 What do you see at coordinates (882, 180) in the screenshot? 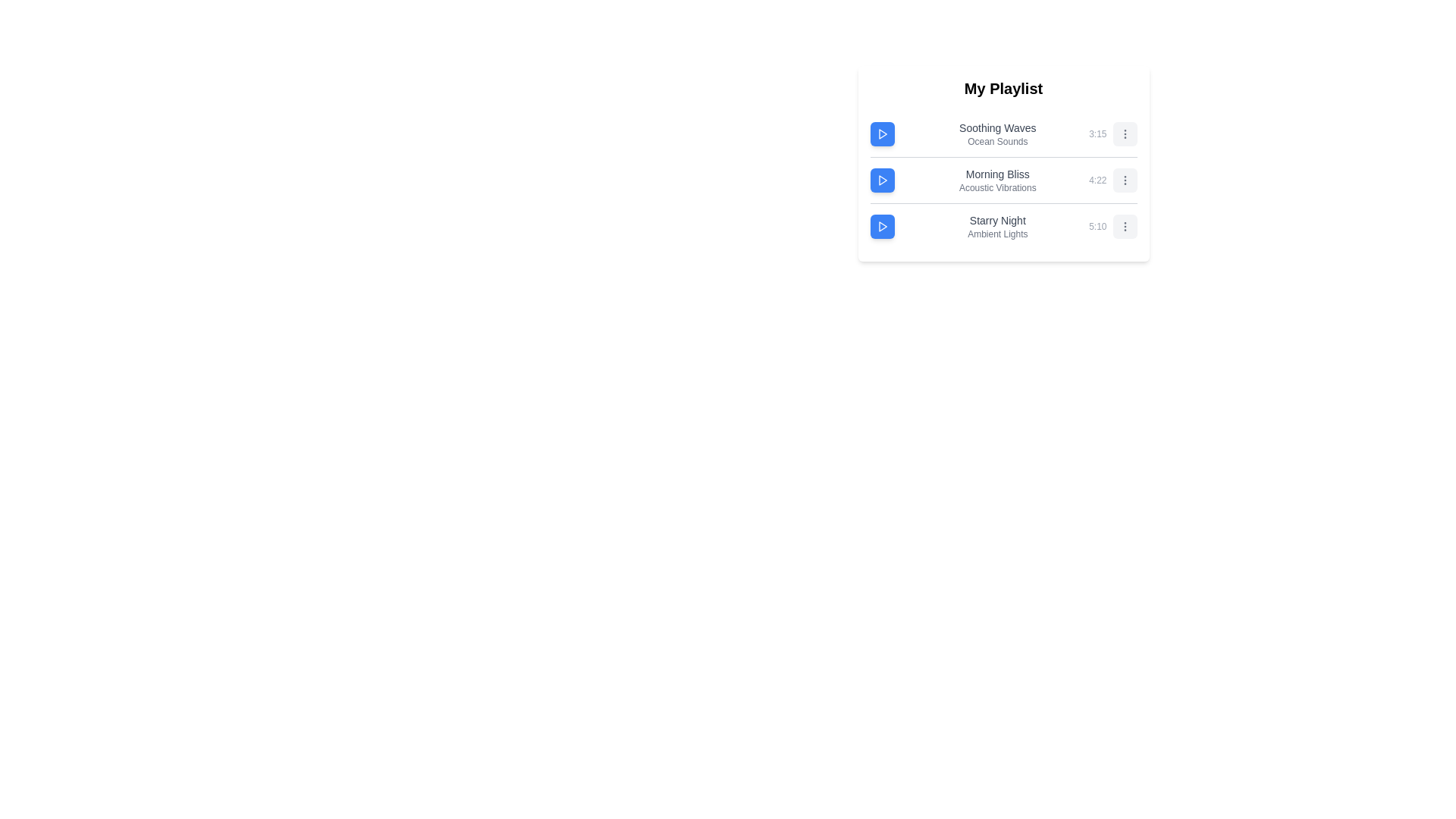
I see `the blue rectangular button containing the triangular play icon for the 'Morning Bliss' playlist` at bounding box center [882, 180].